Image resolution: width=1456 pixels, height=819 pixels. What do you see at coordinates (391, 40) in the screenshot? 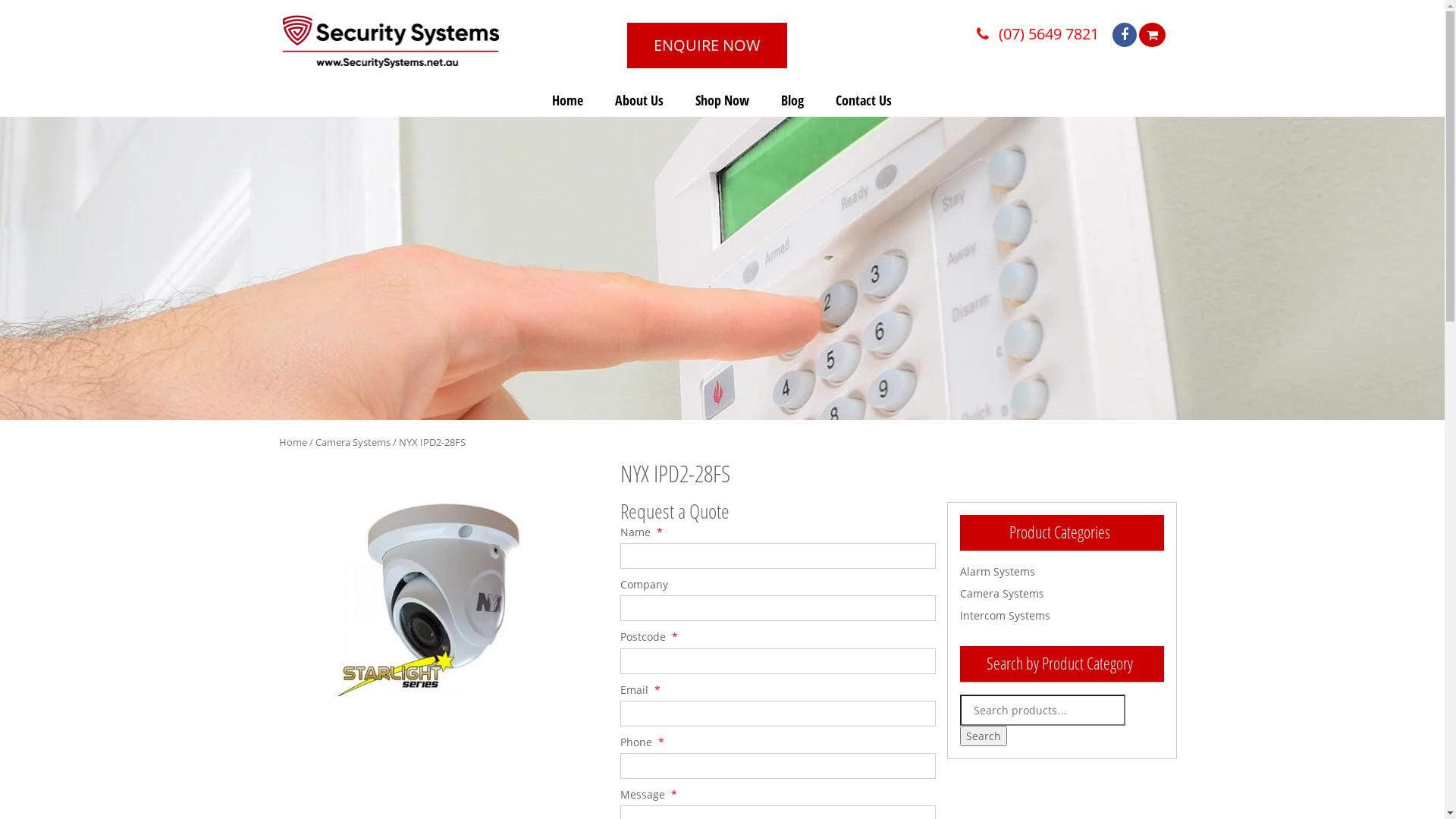
I see `'Security Systems Online'` at bounding box center [391, 40].